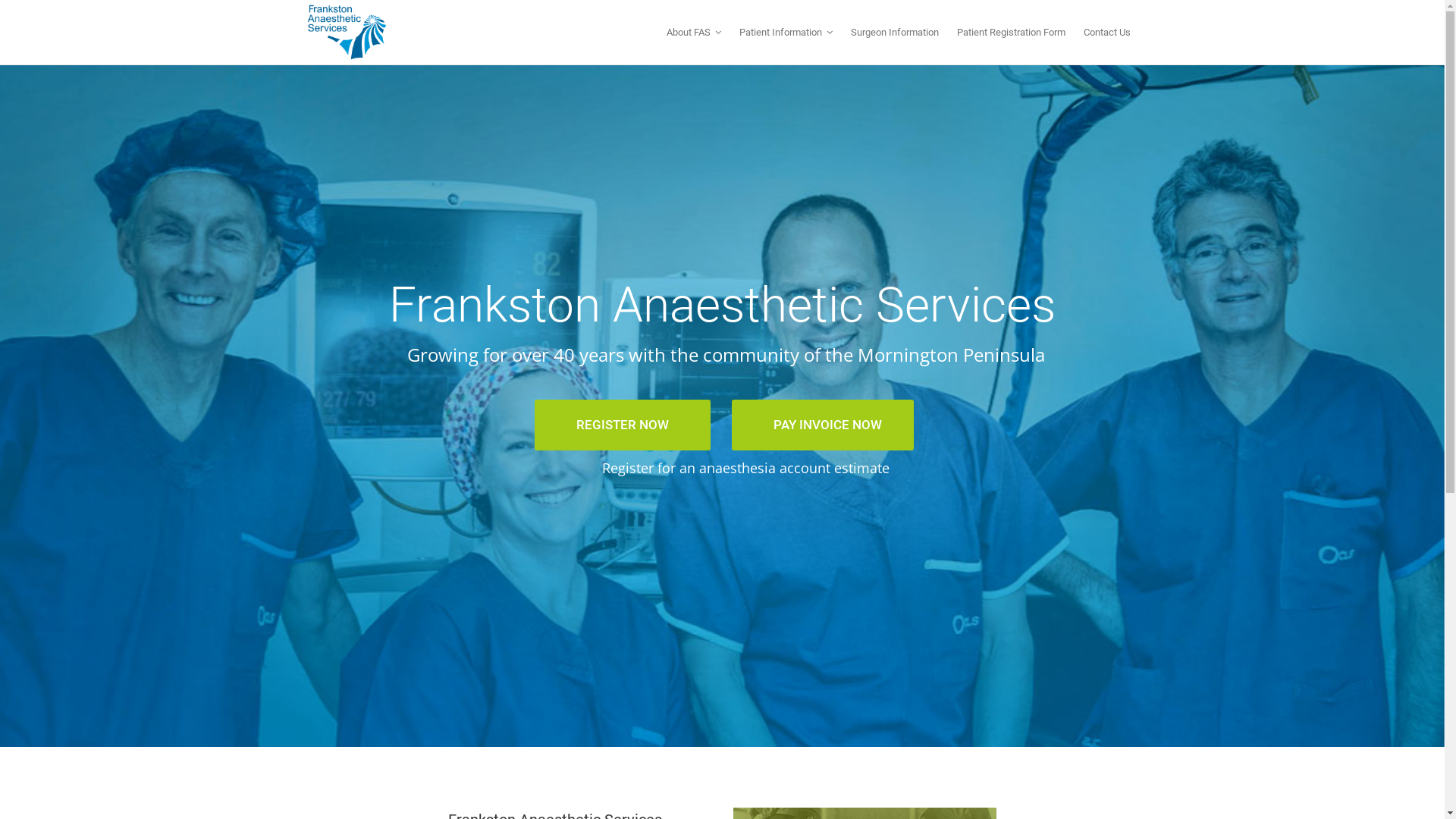 This screenshot has height=819, width=1456. What do you see at coordinates (785, 32) in the screenshot?
I see `'Patient Information'` at bounding box center [785, 32].